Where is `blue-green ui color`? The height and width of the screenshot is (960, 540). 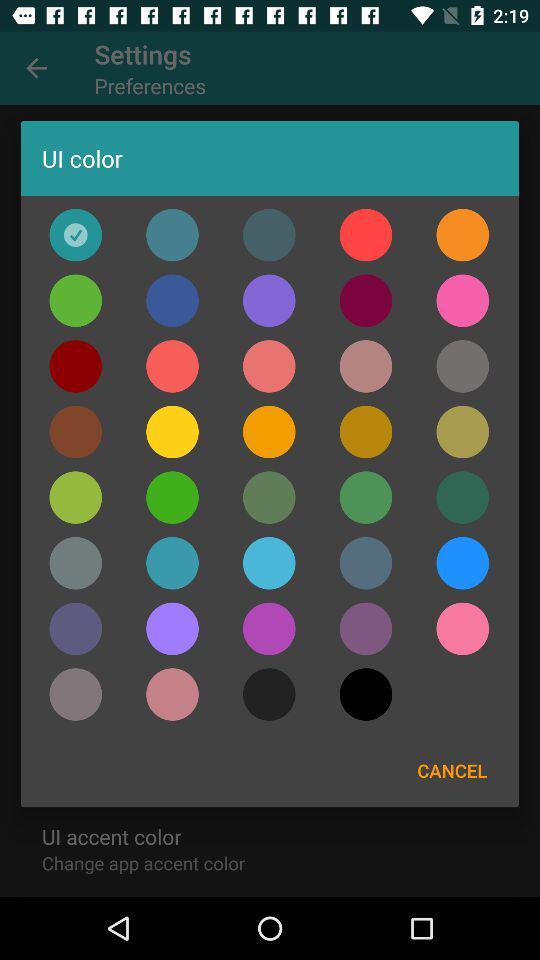 blue-green ui color is located at coordinates (365, 496).